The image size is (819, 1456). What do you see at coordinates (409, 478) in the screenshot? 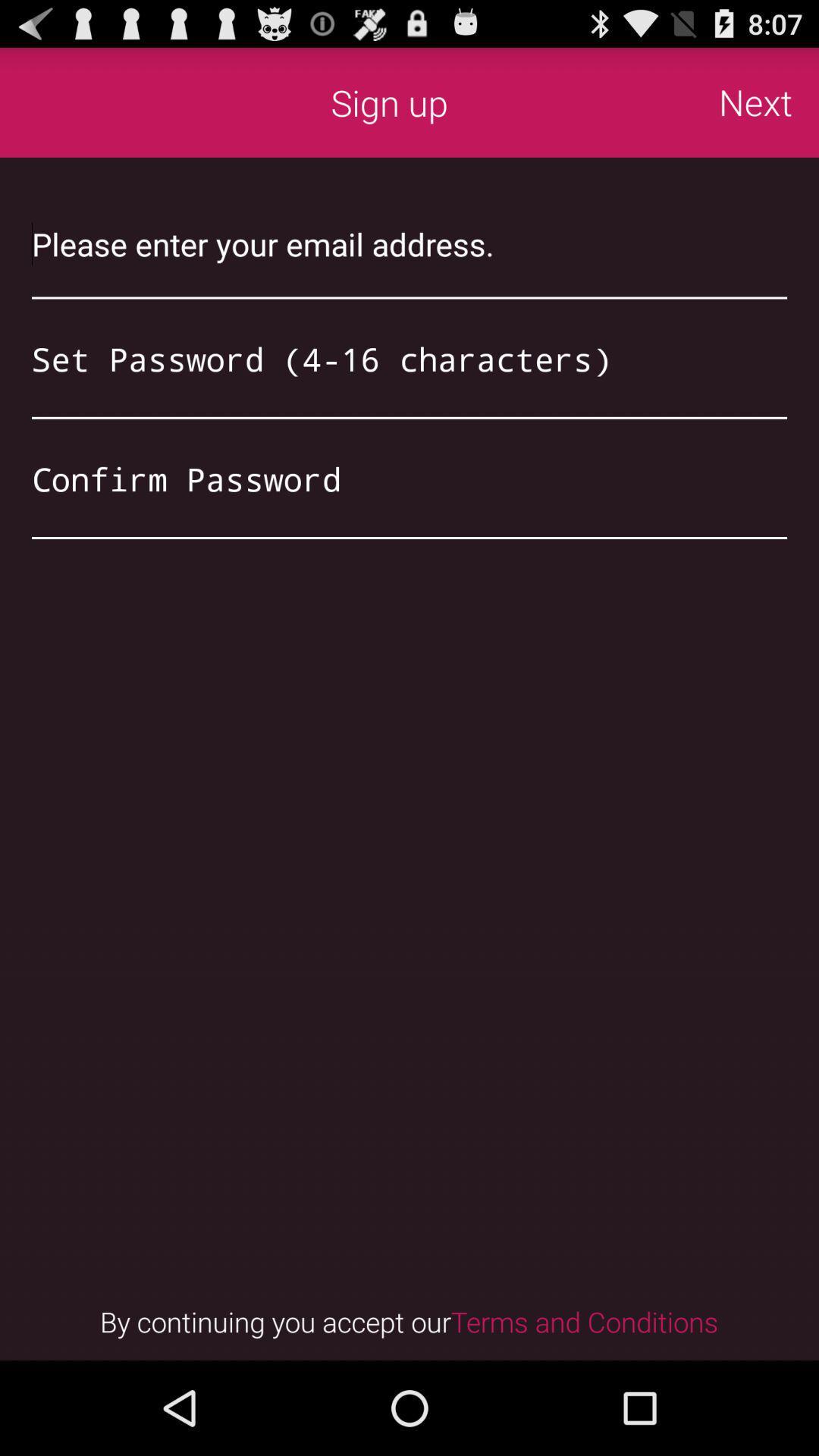
I see `retype password` at bounding box center [409, 478].